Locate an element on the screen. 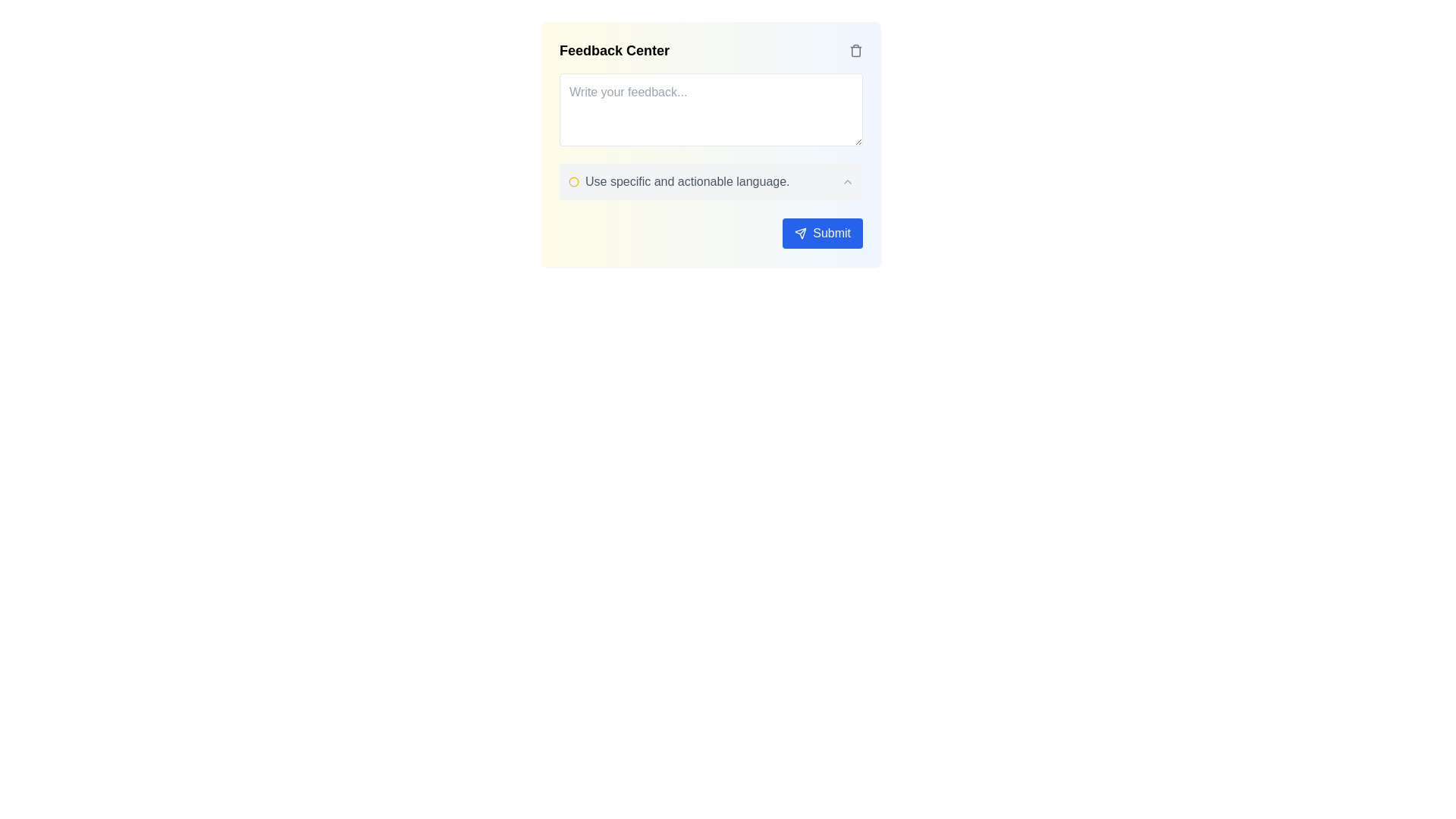 This screenshot has height=819, width=1456. the trash bin icon button located in the top right corner of the feedback interface is located at coordinates (855, 49).